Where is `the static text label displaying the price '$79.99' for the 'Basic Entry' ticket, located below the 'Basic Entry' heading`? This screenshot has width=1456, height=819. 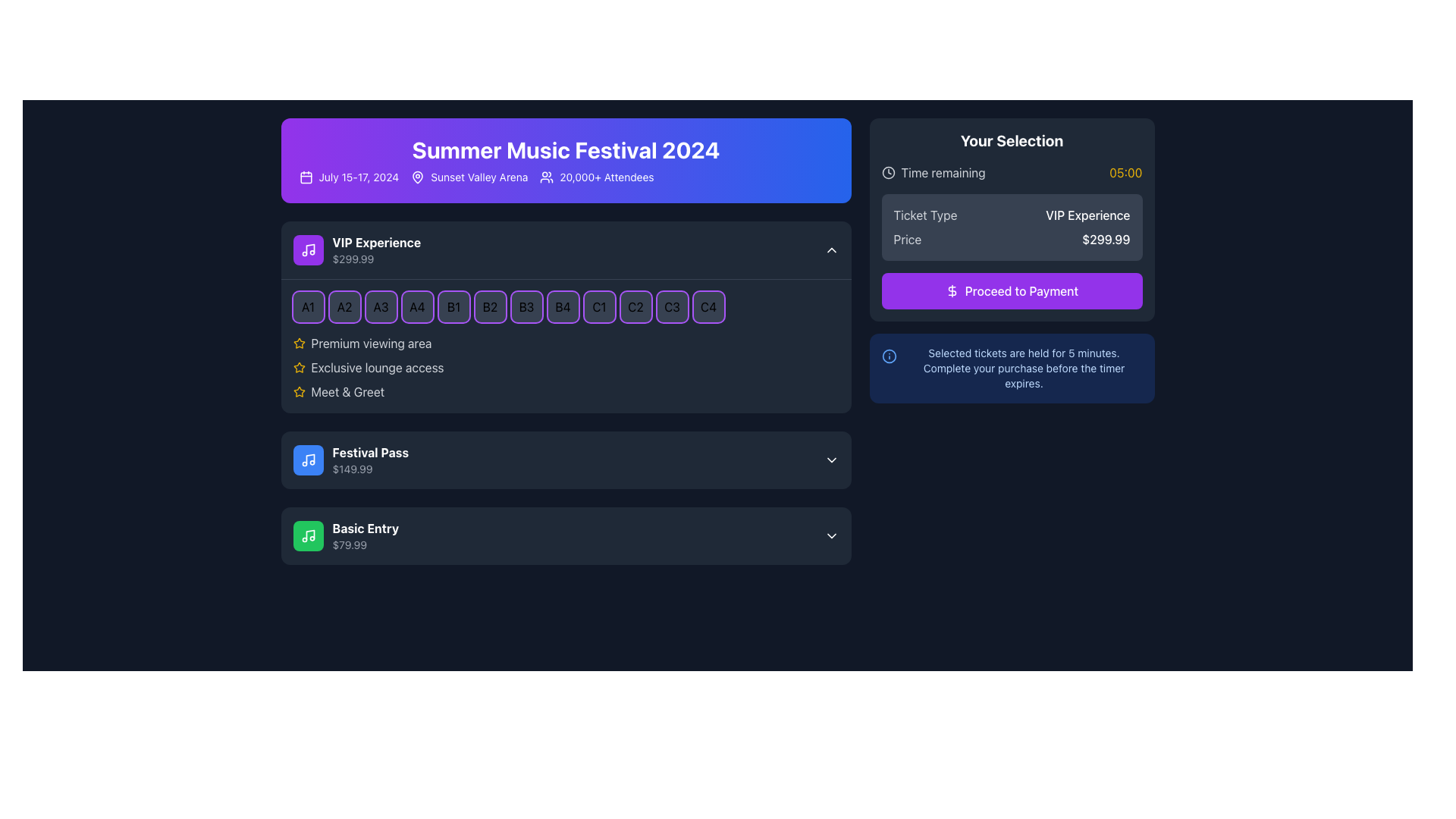 the static text label displaying the price '$79.99' for the 'Basic Entry' ticket, located below the 'Basic Entry' heading is located at coordinates (366, 544).